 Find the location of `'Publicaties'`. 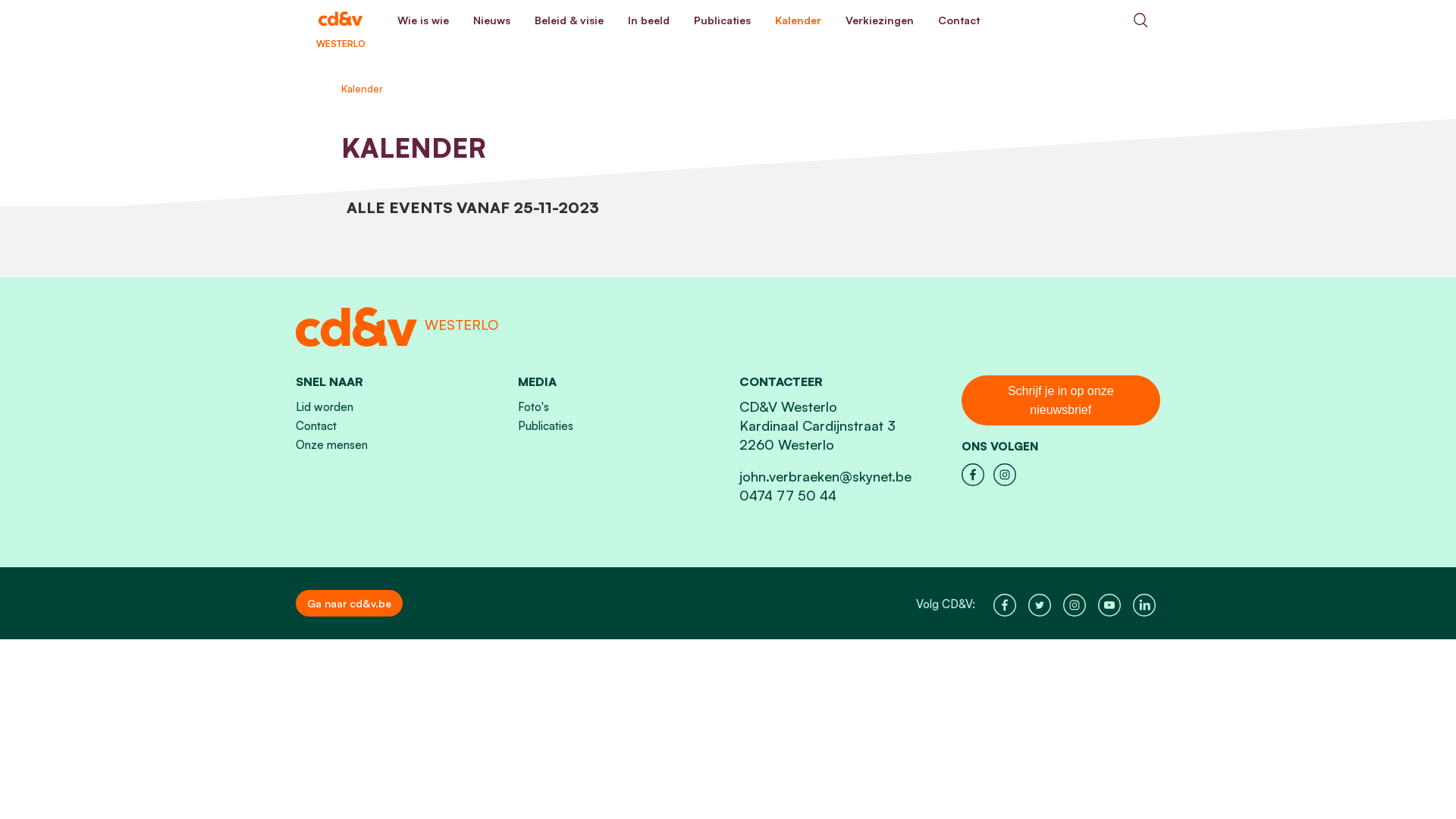

'Publicaties' is located at coordinates (544, 425).